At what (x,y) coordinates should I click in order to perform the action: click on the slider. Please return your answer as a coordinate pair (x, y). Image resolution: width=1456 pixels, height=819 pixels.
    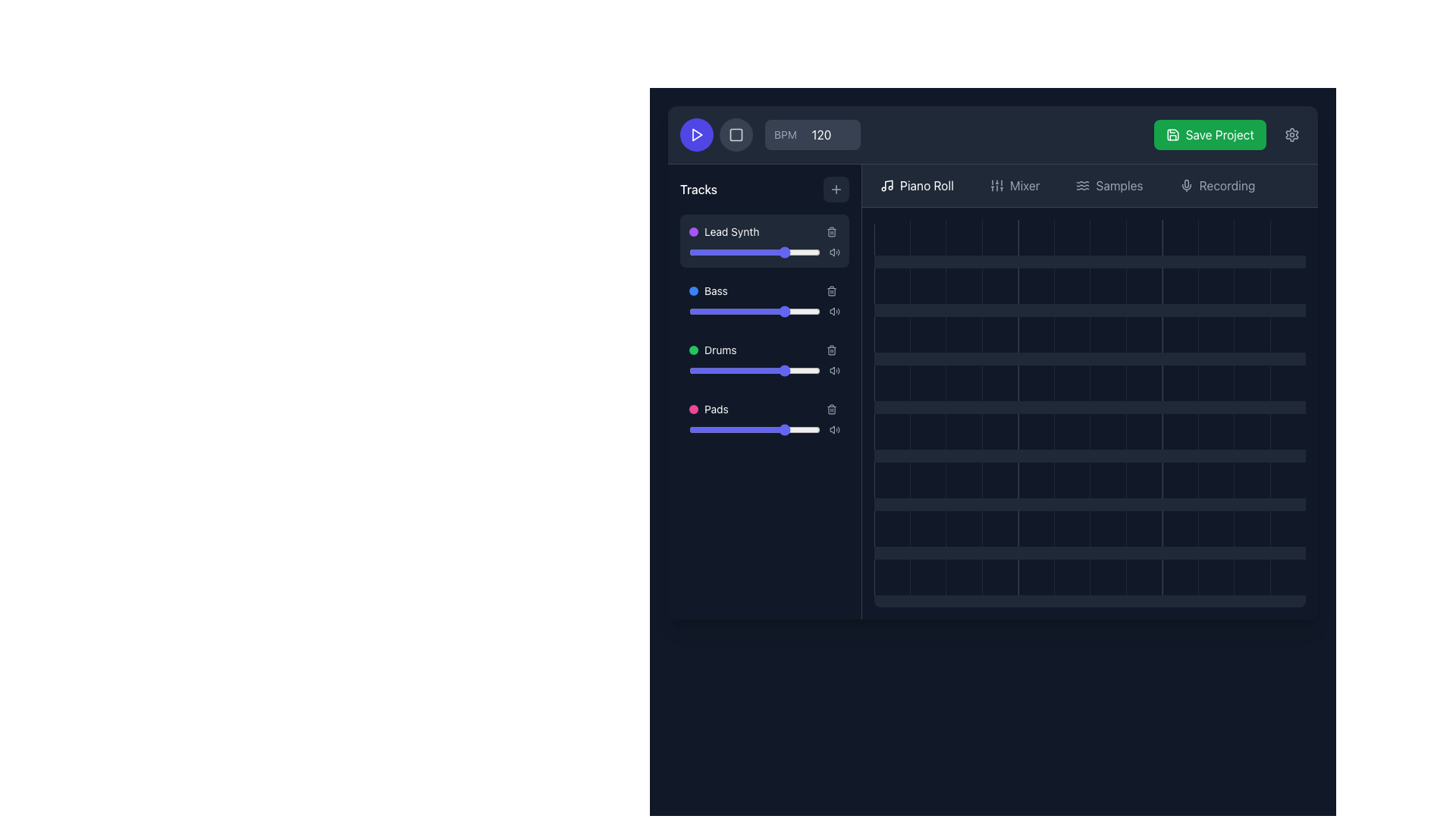
    Looking at the image, I should click on (689, 371).